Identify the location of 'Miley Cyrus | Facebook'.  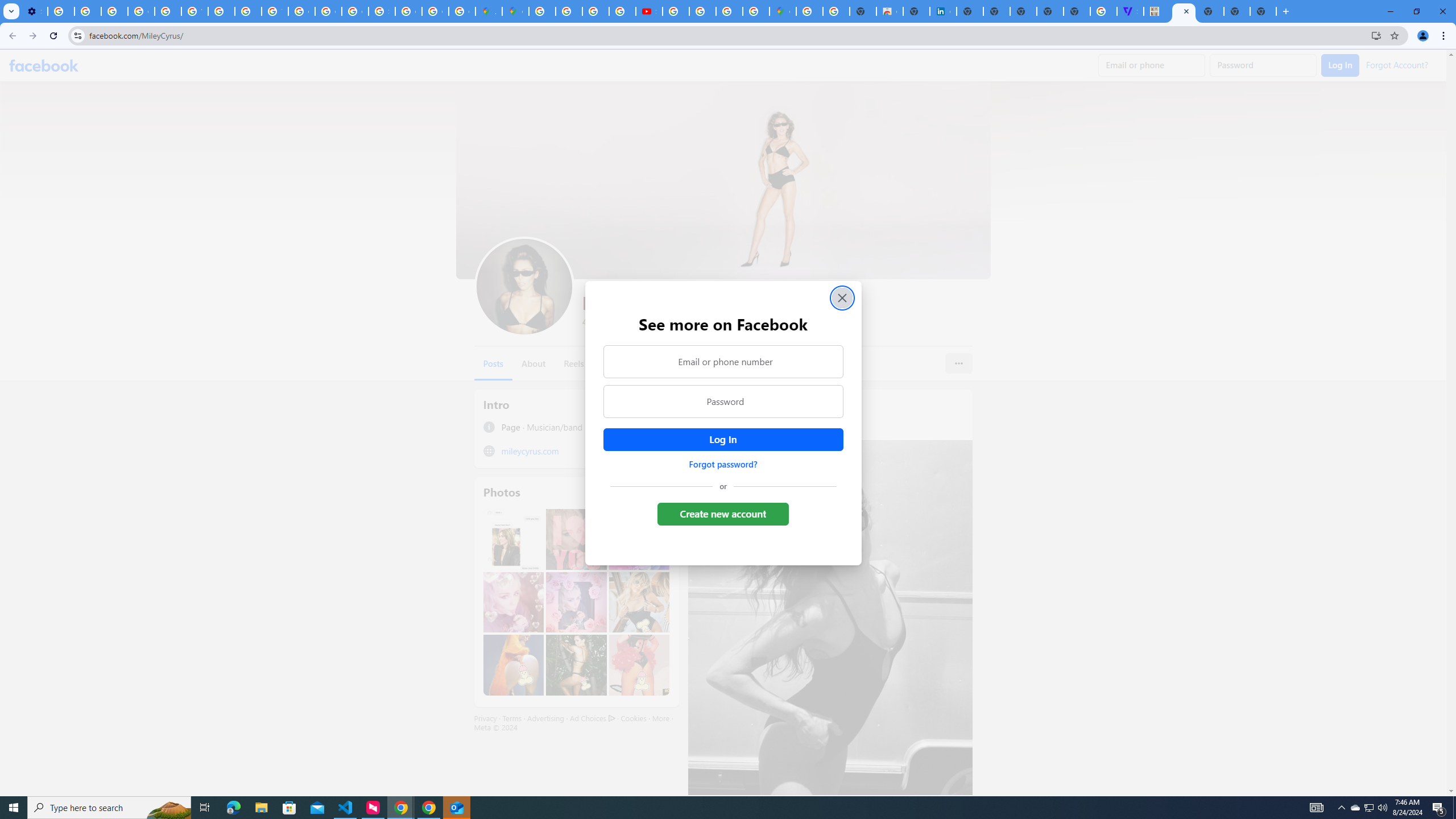
(1183, 11).